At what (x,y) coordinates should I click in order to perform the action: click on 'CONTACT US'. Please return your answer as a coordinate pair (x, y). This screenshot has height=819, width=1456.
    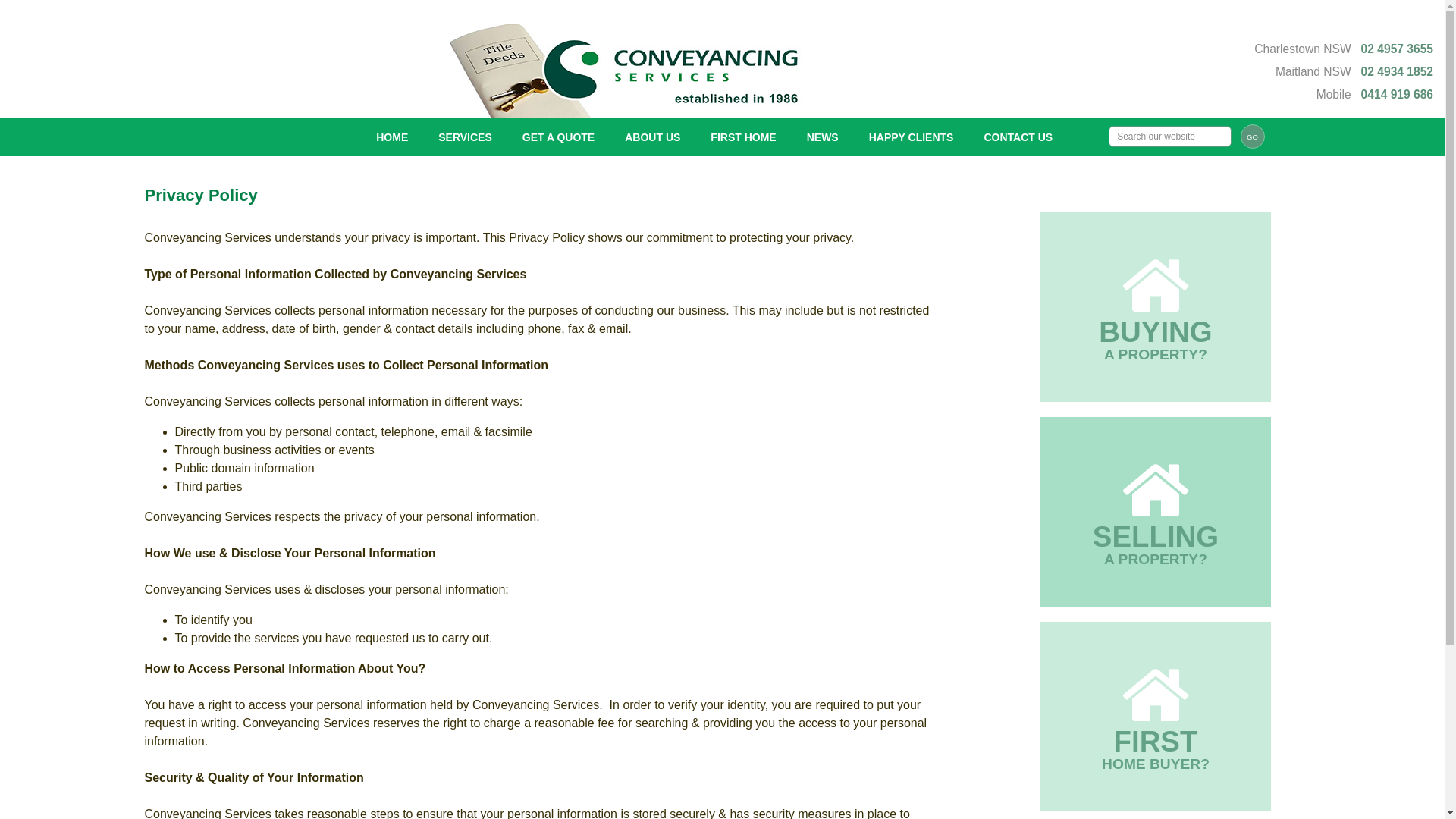
    Looking at the image, I should click on (1018, 137).